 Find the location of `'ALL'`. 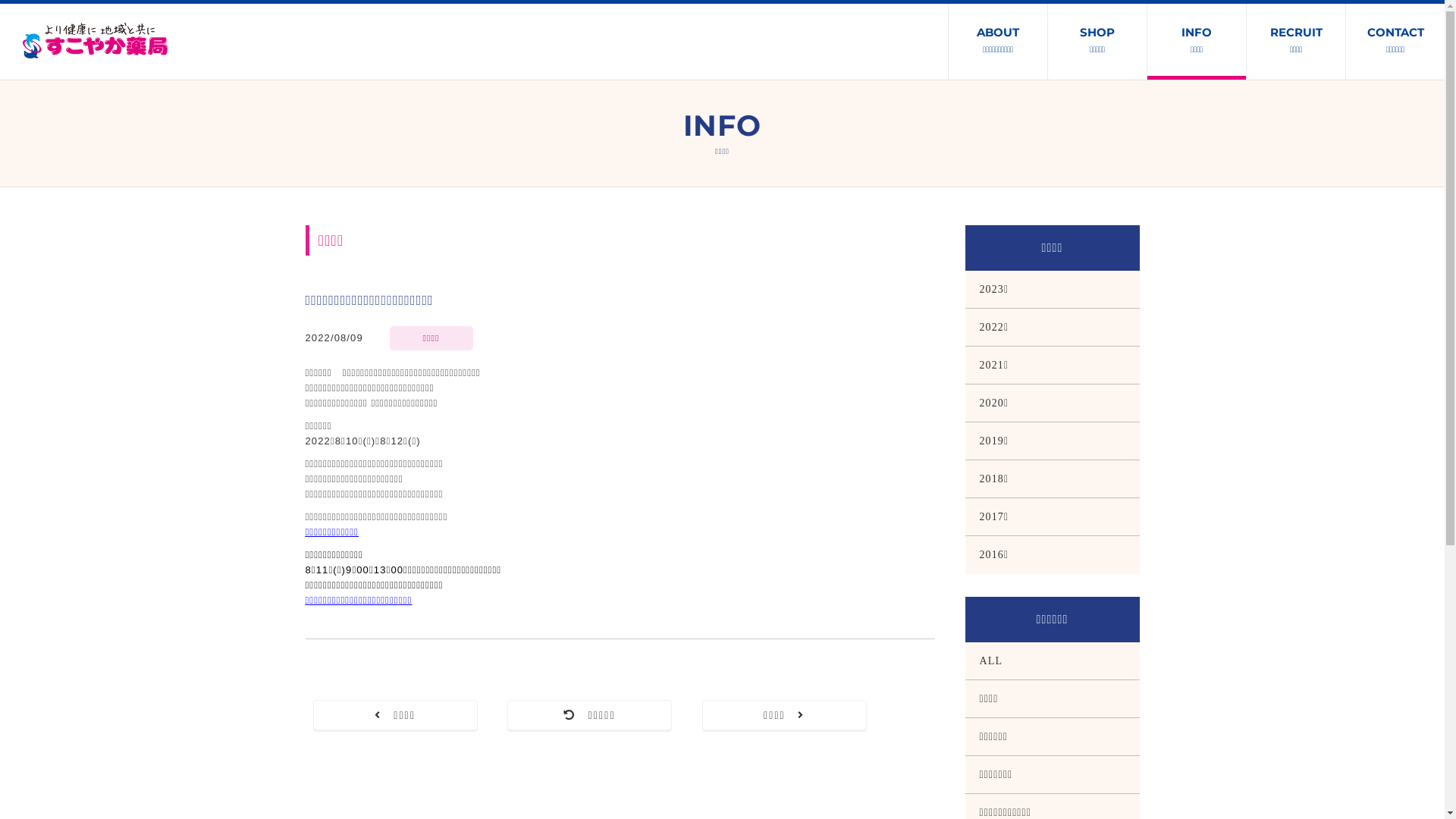

'ALL' is located at coordinates (1051, 660).